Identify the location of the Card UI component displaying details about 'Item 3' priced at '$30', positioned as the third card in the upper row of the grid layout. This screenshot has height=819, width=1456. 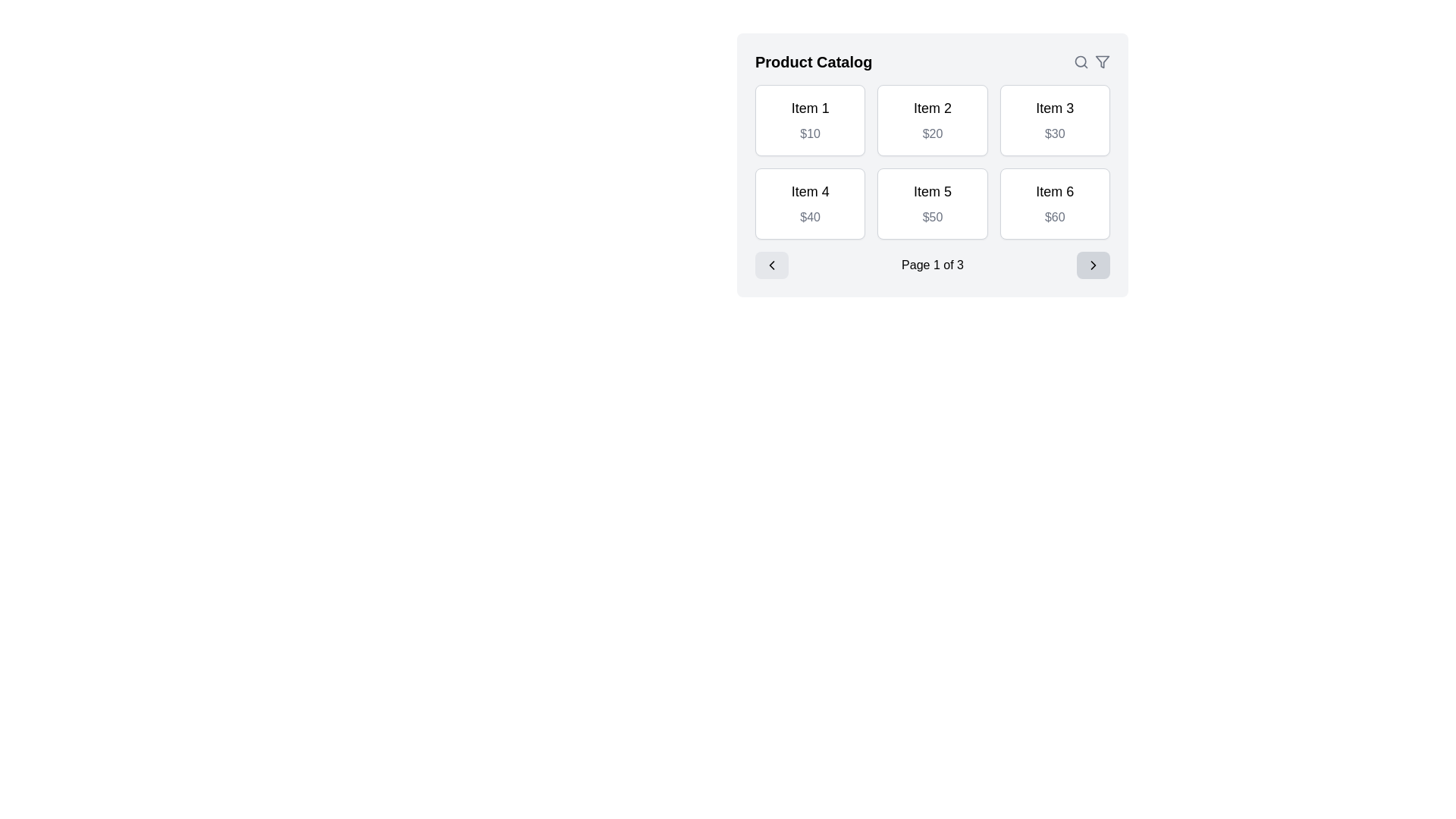
(1054, 119).